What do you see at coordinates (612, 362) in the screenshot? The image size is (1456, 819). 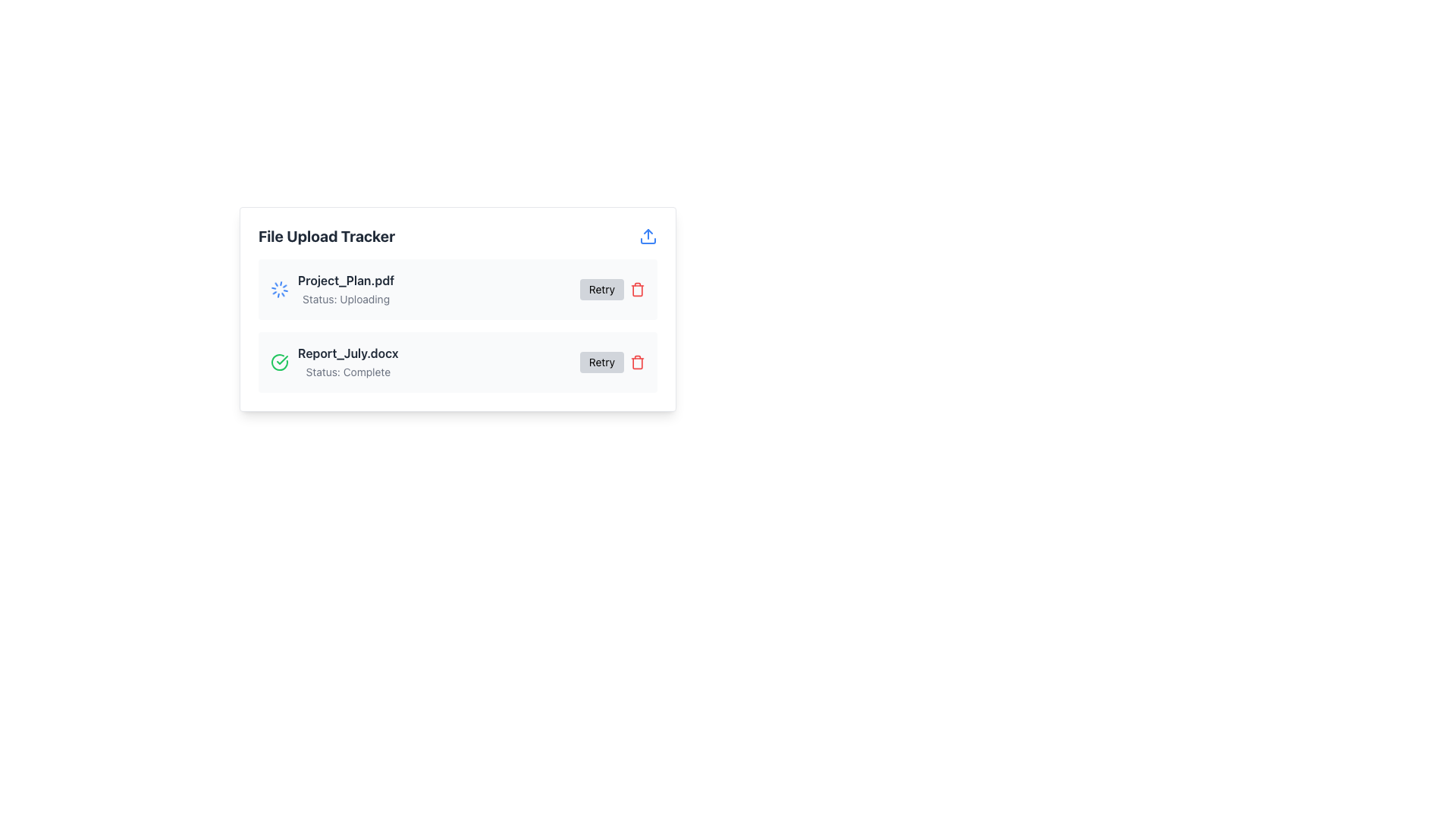 I see `the 'Retry' button, which is light-gray with rounded corners and located in the 'File Upload Tracker' interface, to observe the hover effect` at bounding box center [612, 362].